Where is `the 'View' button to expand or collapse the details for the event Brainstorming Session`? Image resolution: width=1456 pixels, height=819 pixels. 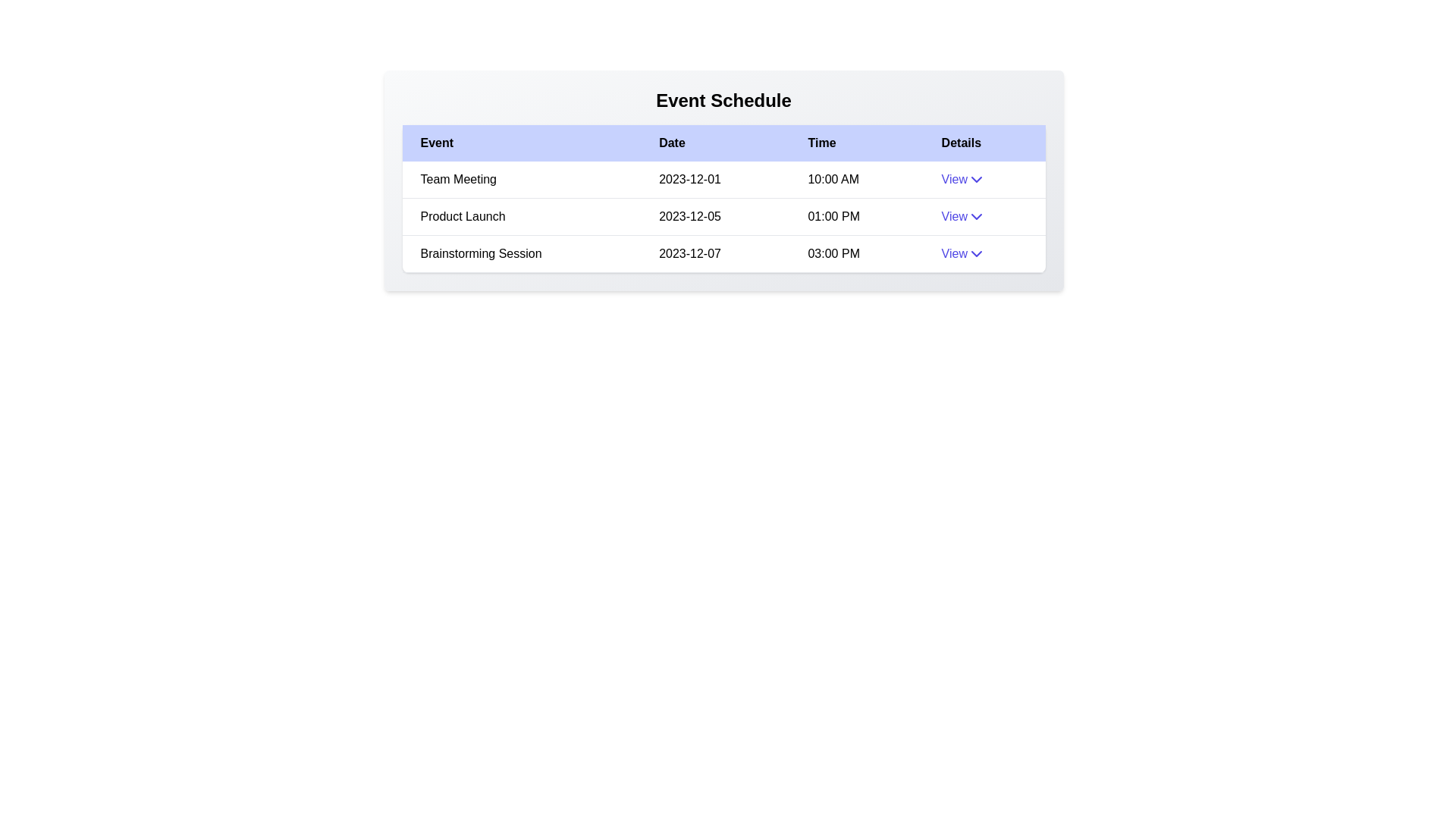
the 'View' button to expand or collapse the details for the event Brainstorming Session is located at coordinates (962, 253).